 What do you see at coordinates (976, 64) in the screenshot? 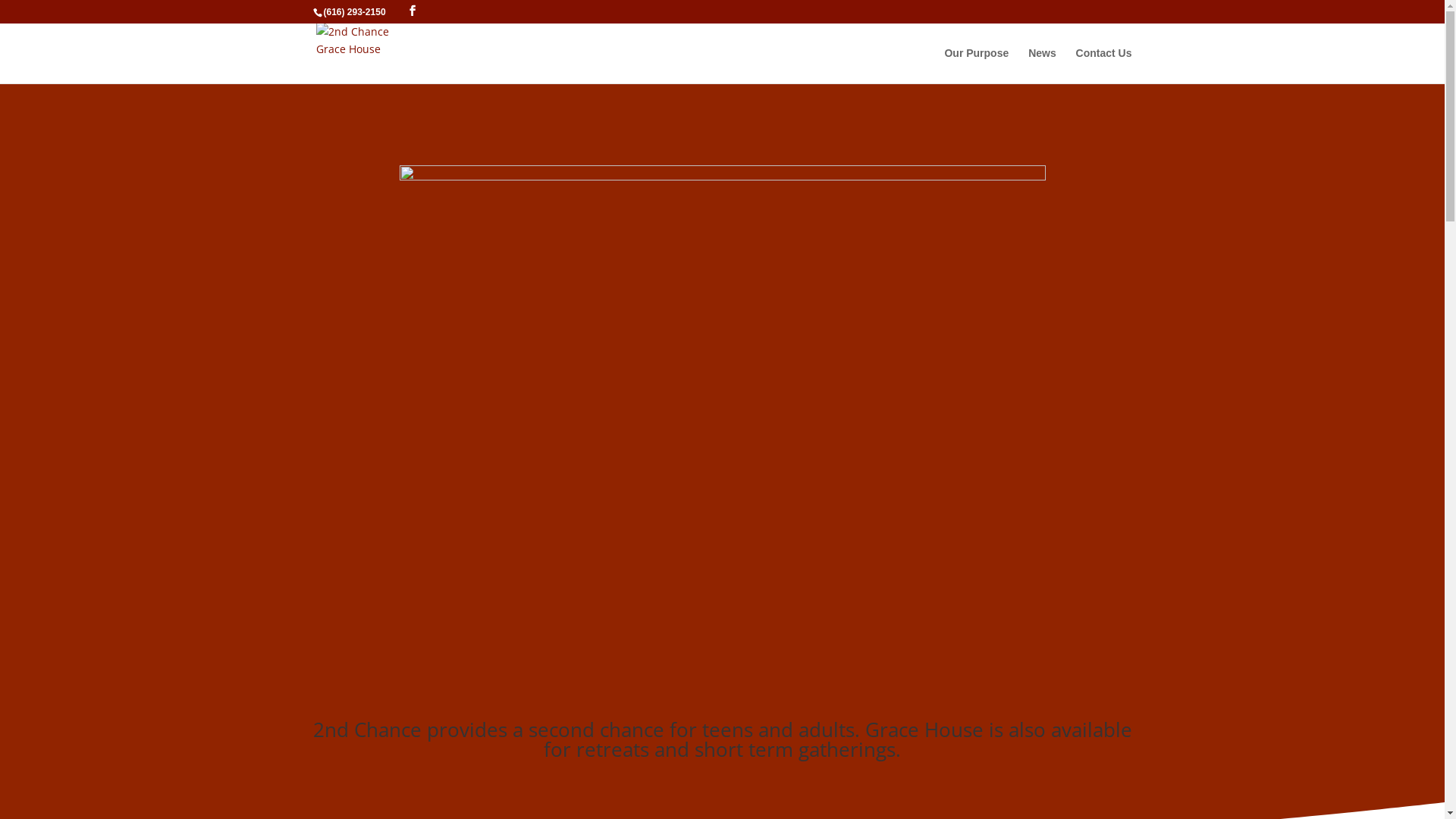
I see `'Our Purpose'` at bounding box center [976, 64].